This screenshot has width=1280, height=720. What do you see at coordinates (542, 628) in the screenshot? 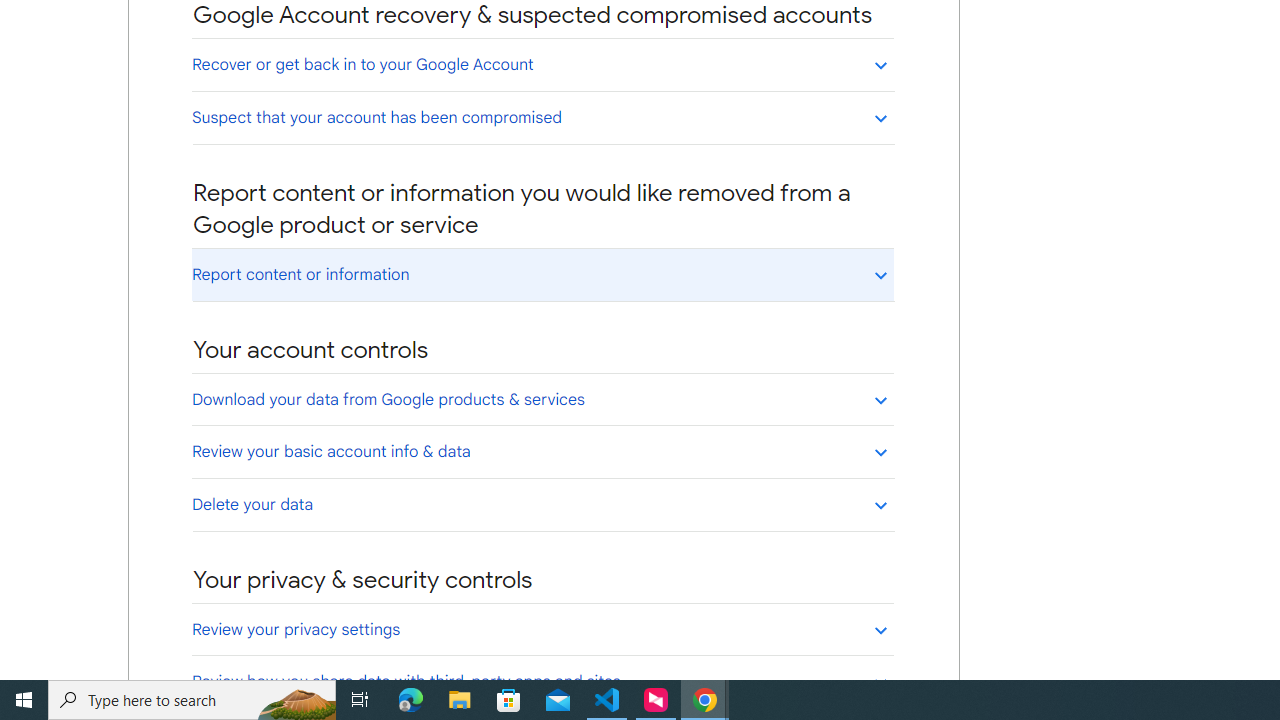
I see `'Review your privacy settings'` at bounding box center [542, 628].